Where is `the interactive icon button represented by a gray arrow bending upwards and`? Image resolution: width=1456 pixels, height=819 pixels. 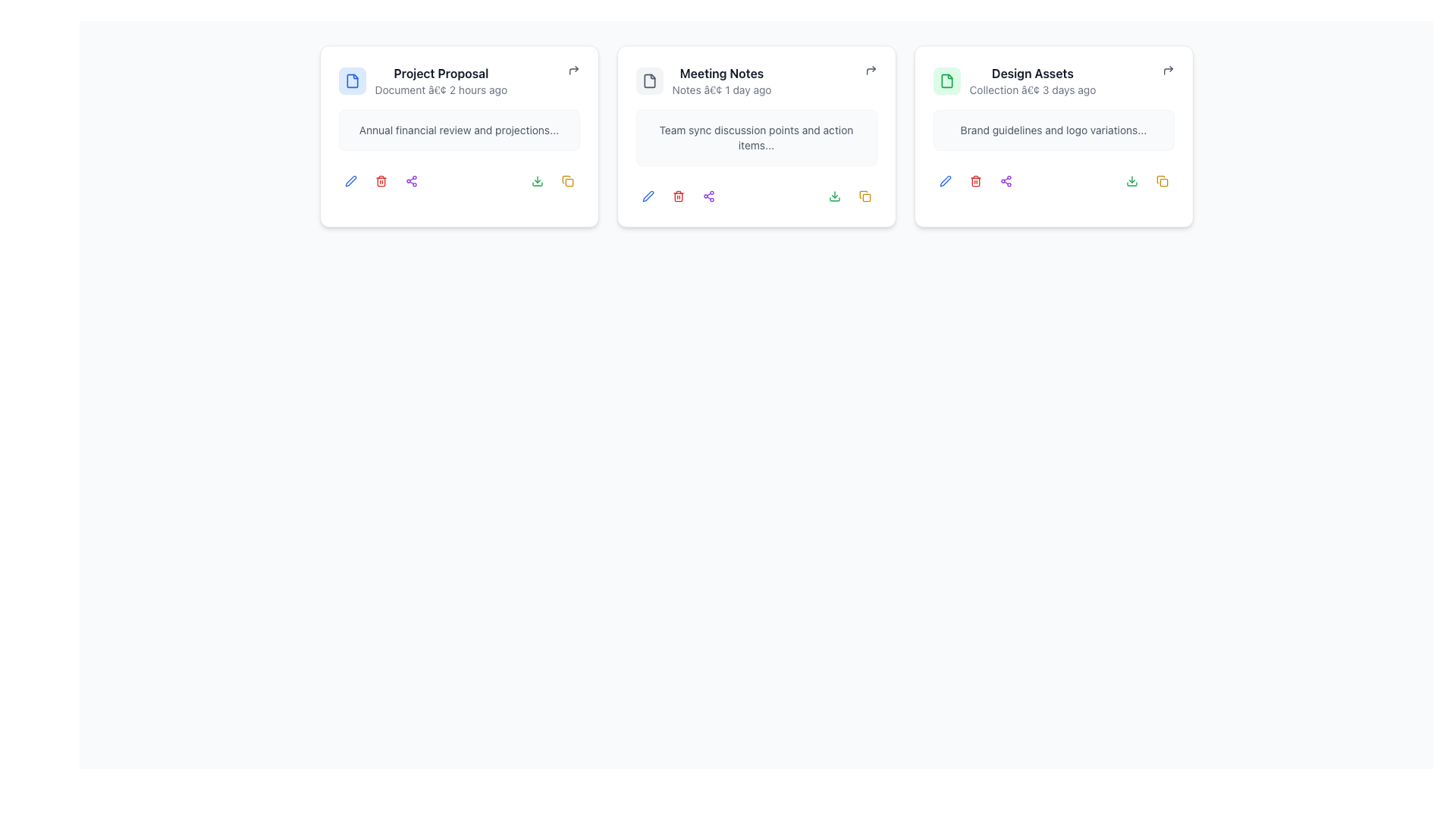 the interactive icon button represented by a gray arrow bending upwards and is located at coordinates (573, 70).